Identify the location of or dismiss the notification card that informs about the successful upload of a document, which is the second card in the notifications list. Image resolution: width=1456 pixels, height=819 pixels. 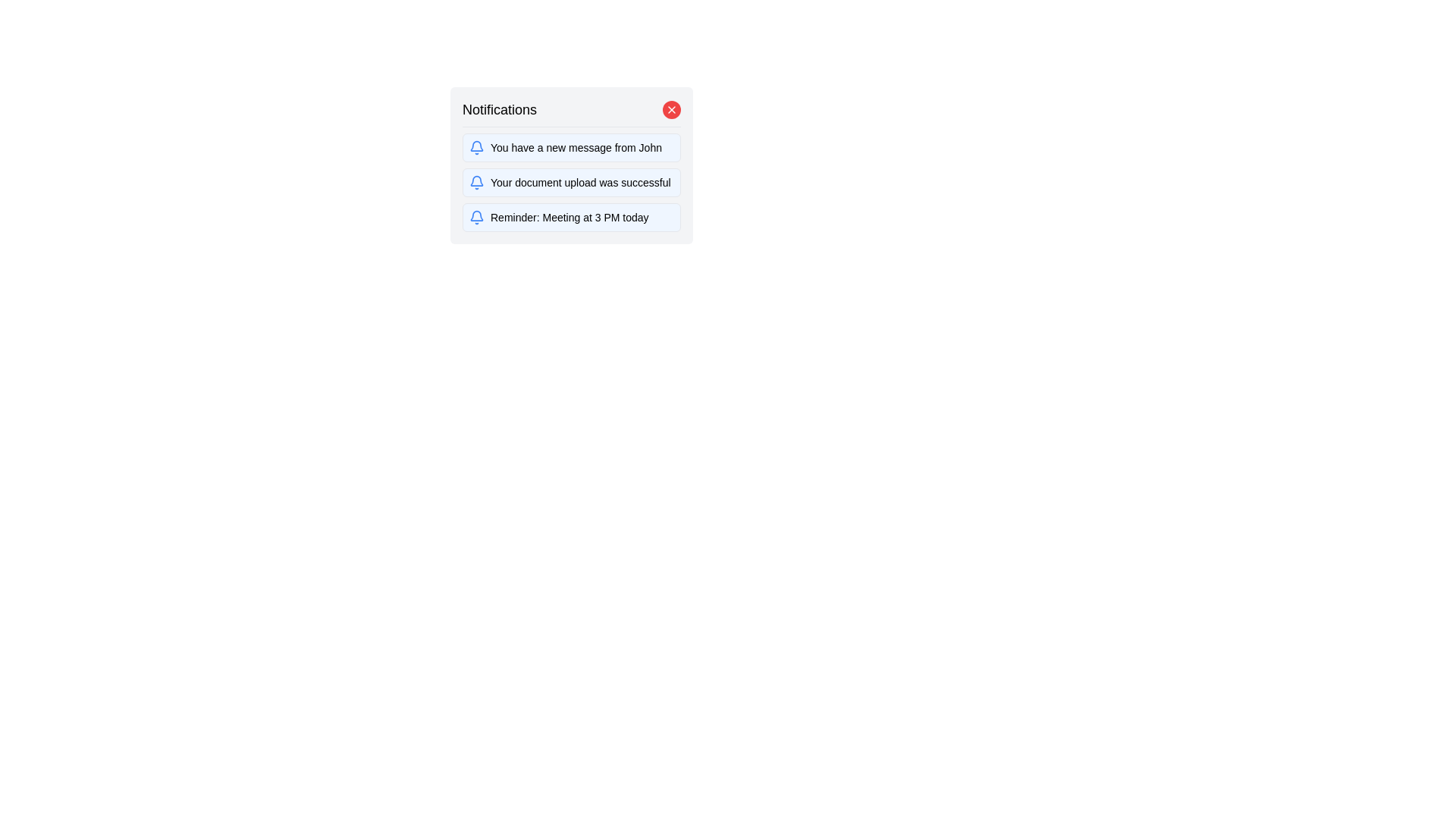
(570, 181).